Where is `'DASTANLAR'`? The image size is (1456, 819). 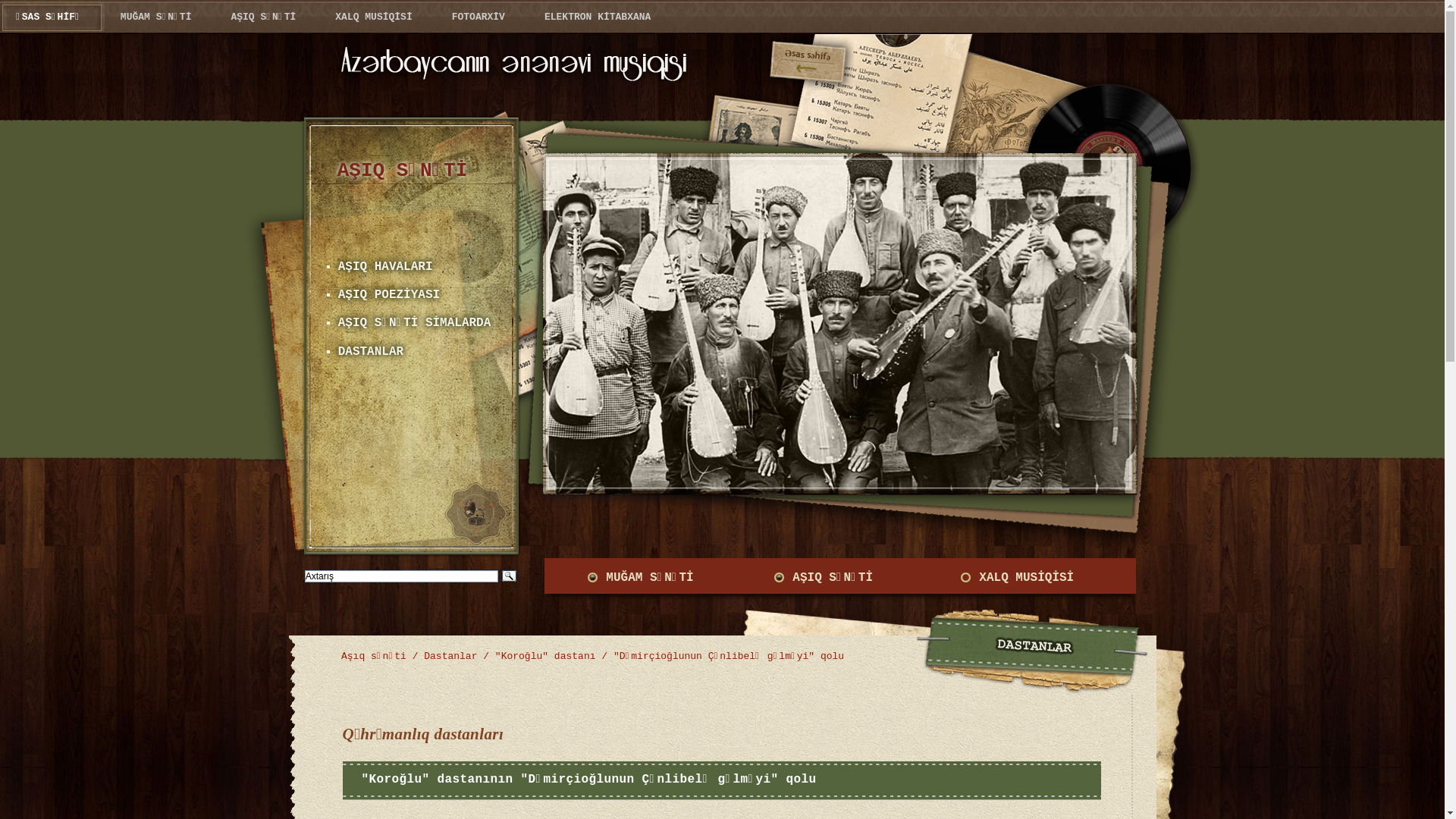
'DASTANLAR' is located at coordinates (371, 350).